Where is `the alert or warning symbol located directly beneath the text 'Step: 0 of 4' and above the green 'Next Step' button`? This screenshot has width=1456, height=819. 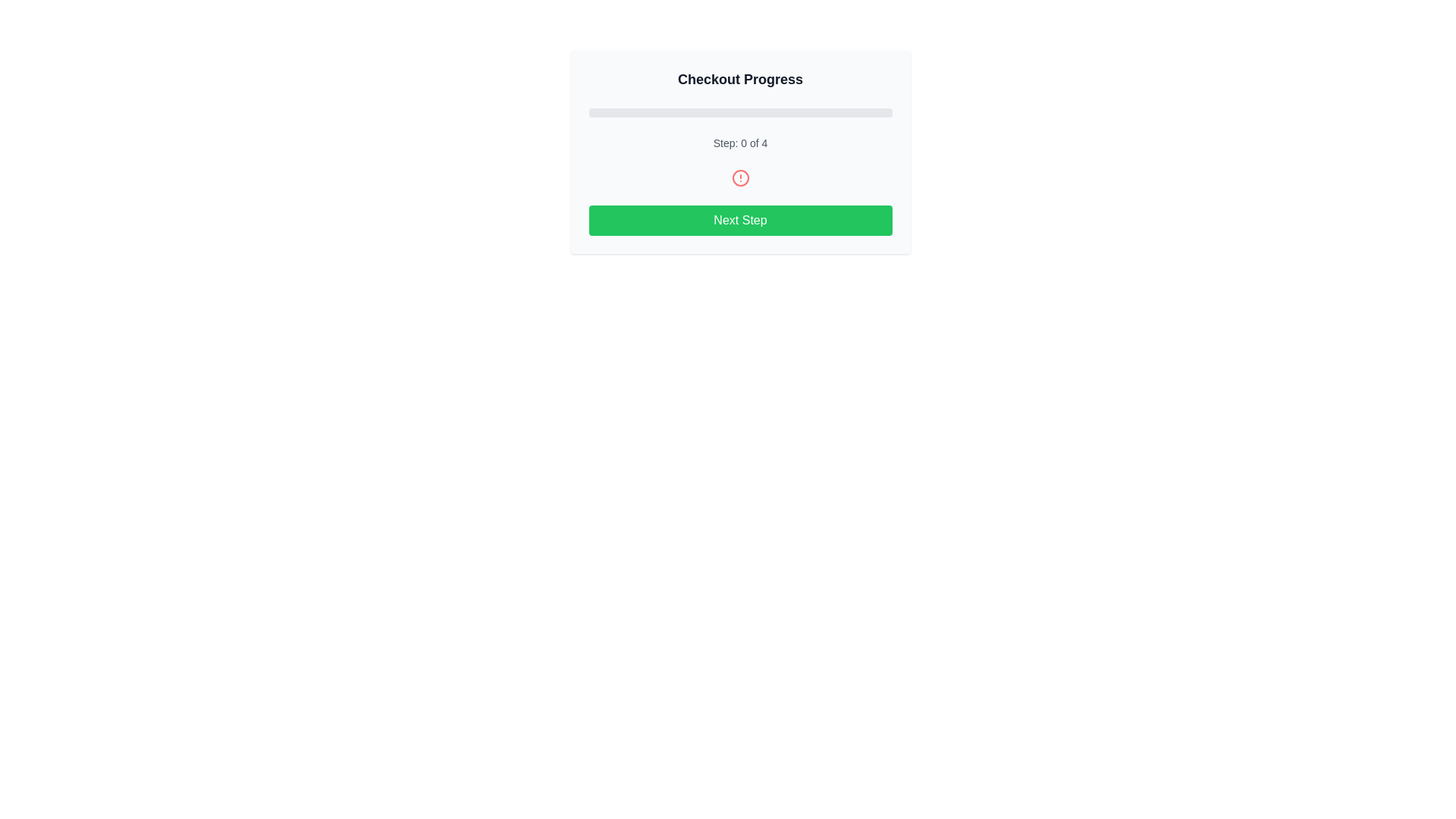 the alert or warning symbol located directly beneath the text 'Step: 0 of 4' and above the green 'Next Step' button is located at coordinates (740, 177).